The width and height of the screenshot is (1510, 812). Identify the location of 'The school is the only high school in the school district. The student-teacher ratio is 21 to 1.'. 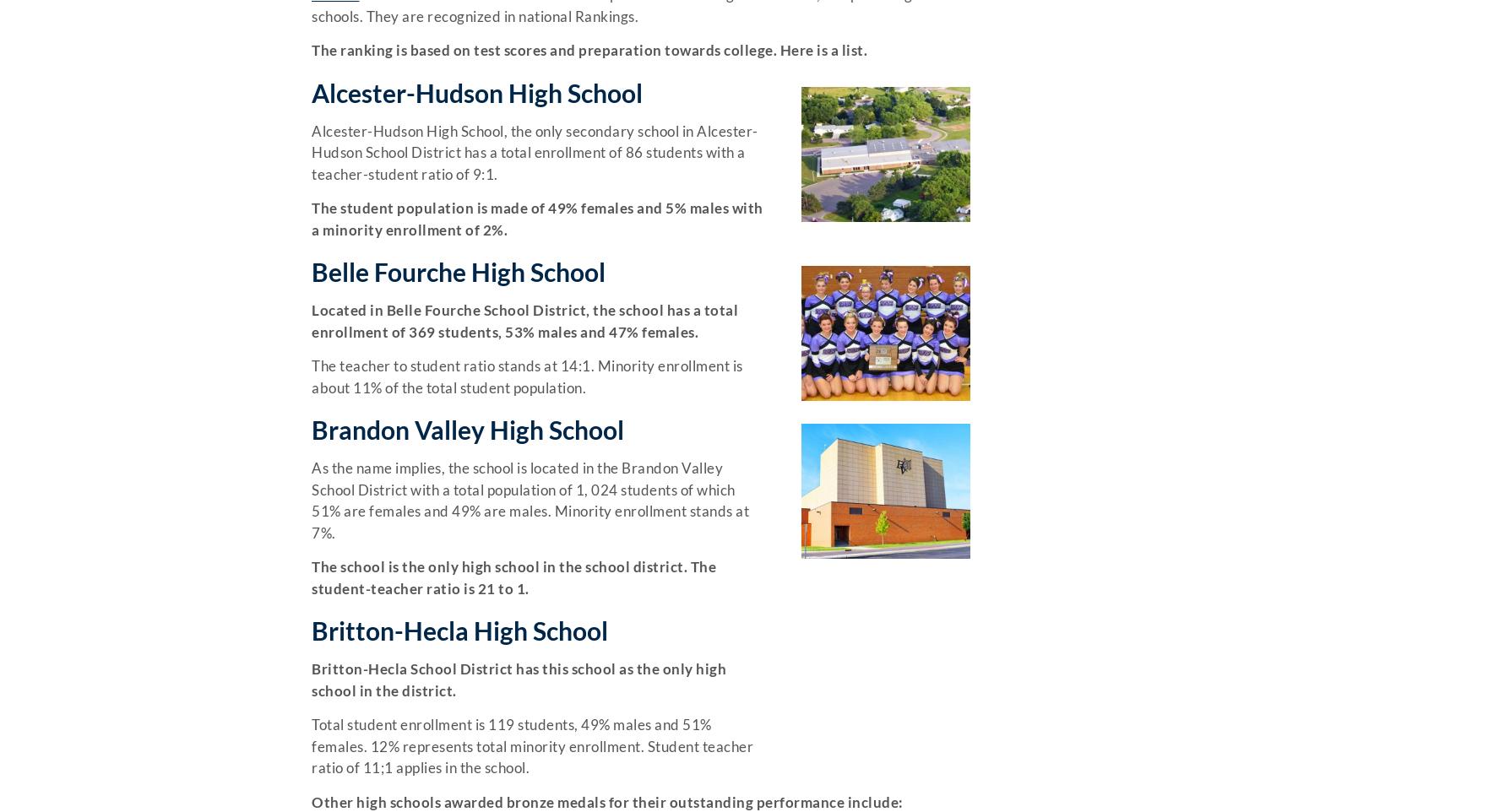
(513, 576).